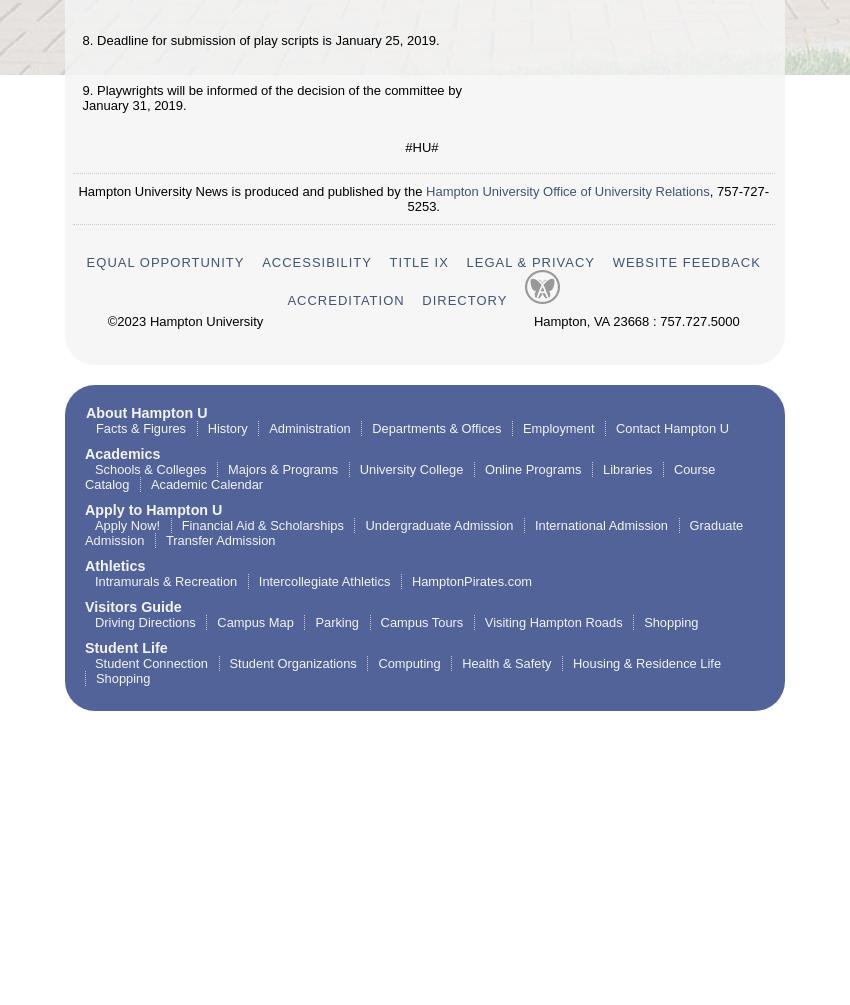 The width and height of the screenshot is (850, 1005). Describe the element at coordinates (270, 96) in the screenshot. I see `'9. Playwrights will be informed of the decision of the committee by January 31, 2019.'` at that location.